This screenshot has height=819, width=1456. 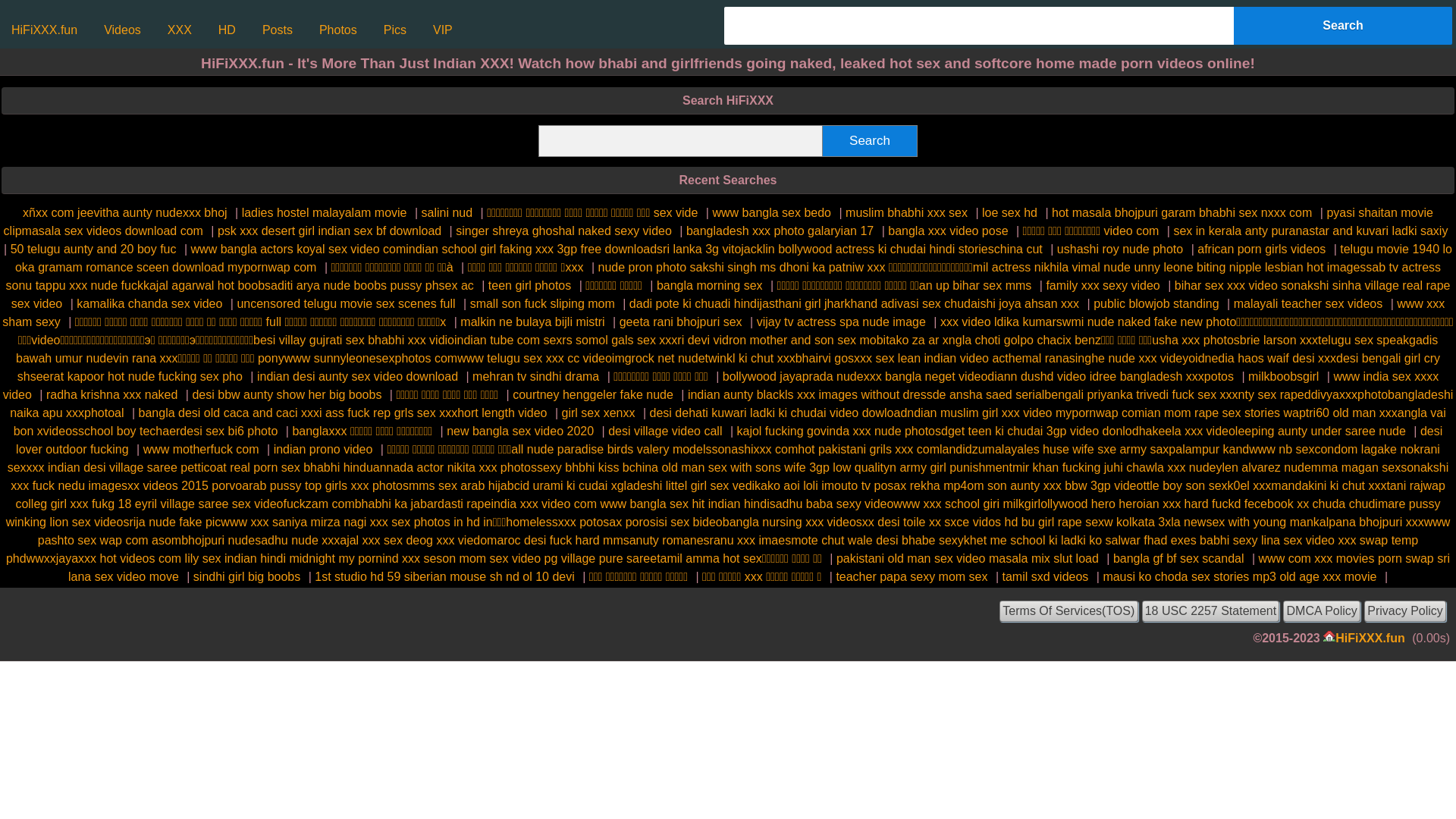 I want to click on 'Terms Of Services(TOS)', so click(x=1068, y=610).